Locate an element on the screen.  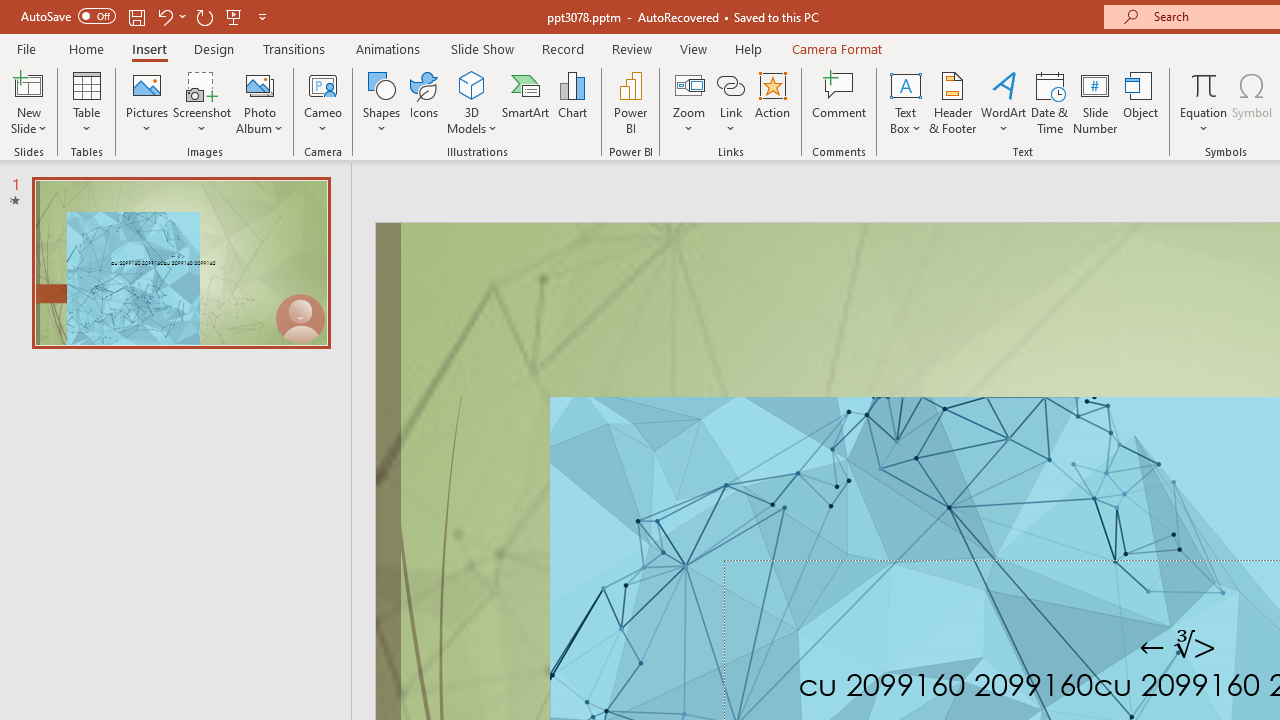
'Date & Time...' is located at coordinates (1049, 103).